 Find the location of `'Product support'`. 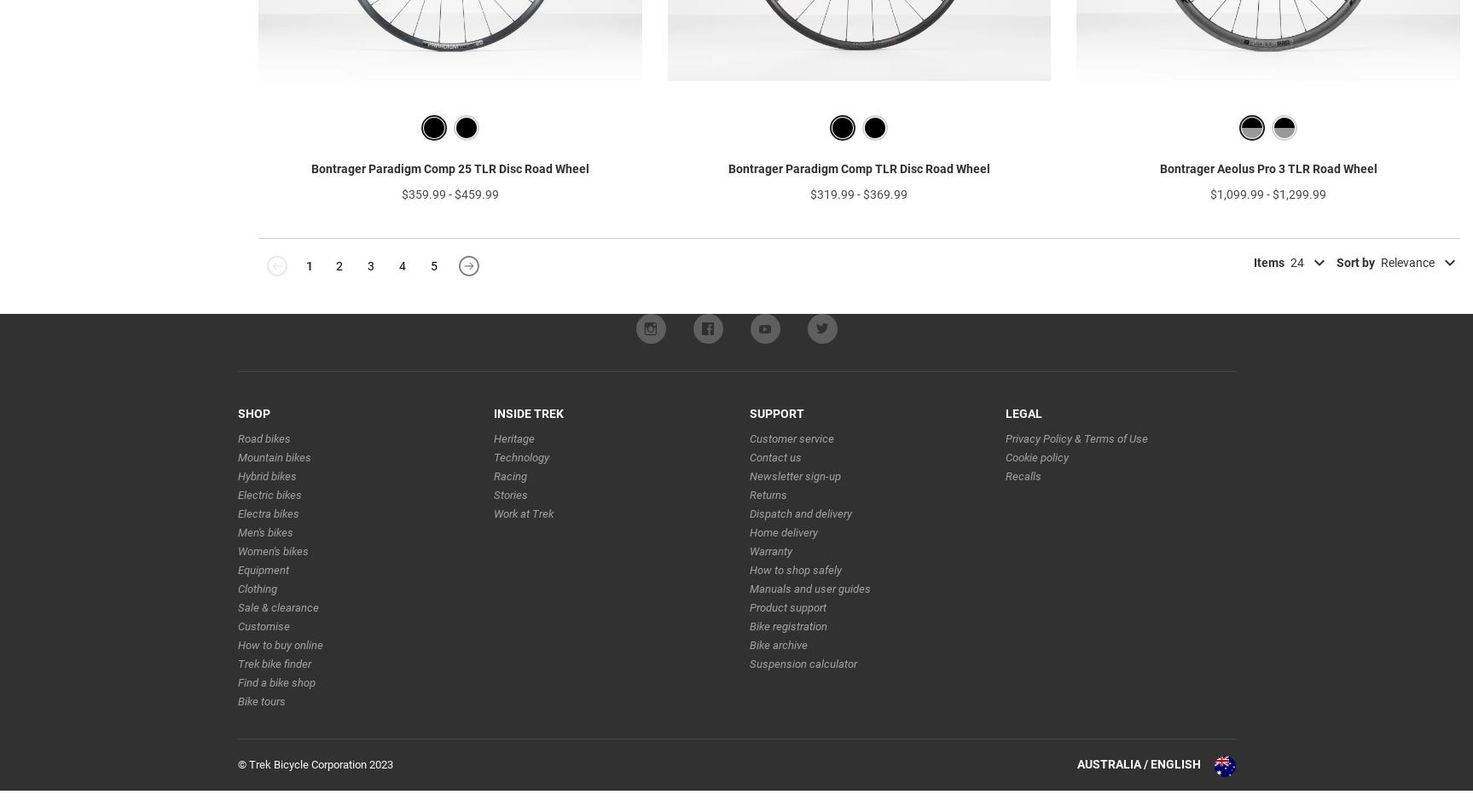

'Product support' is located at coordinates (786, 633).